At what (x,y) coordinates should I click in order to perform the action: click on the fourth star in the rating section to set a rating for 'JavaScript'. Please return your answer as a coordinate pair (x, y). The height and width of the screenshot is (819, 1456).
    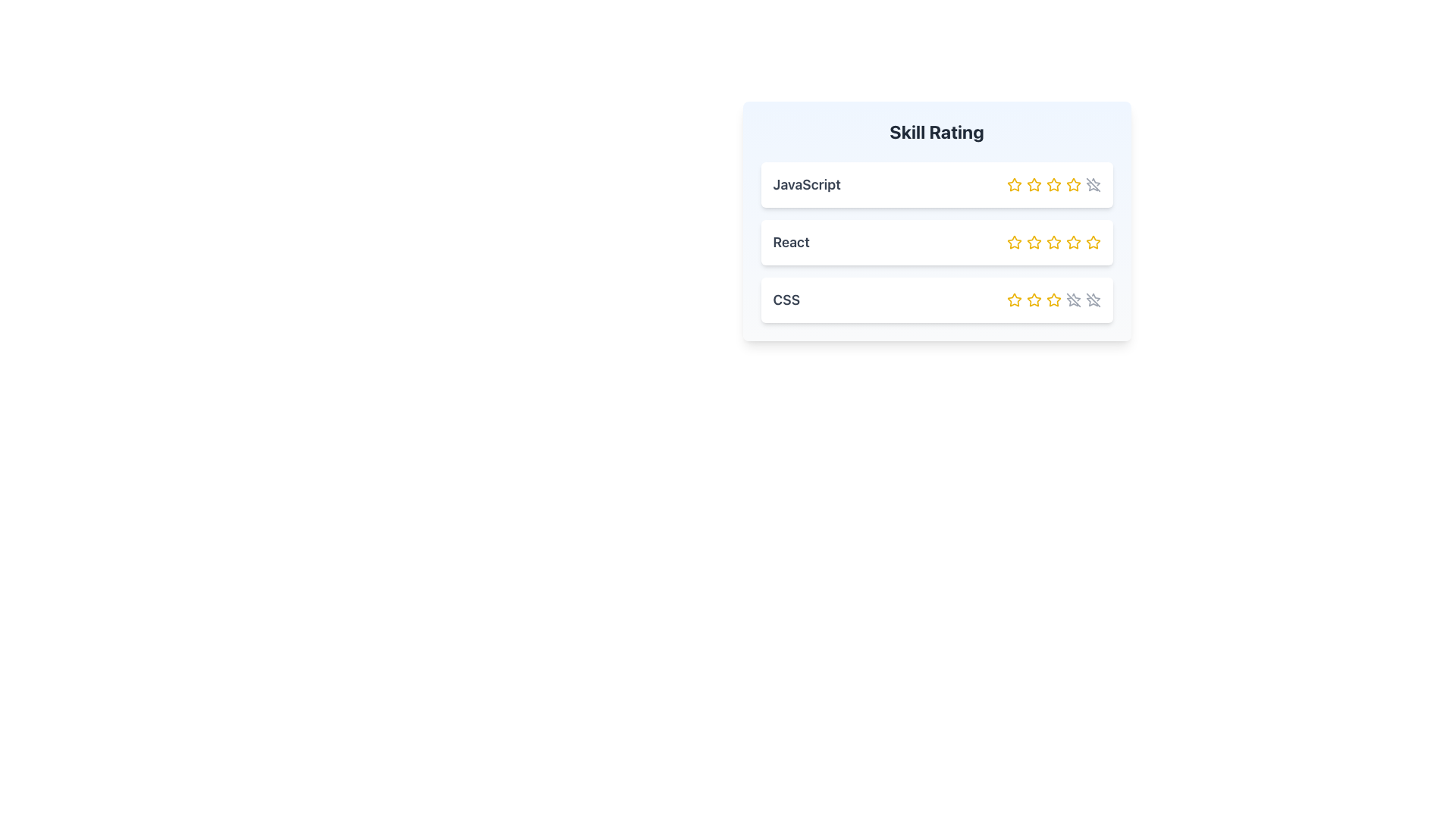
    Looking at the image, I should click on (1053, 184).